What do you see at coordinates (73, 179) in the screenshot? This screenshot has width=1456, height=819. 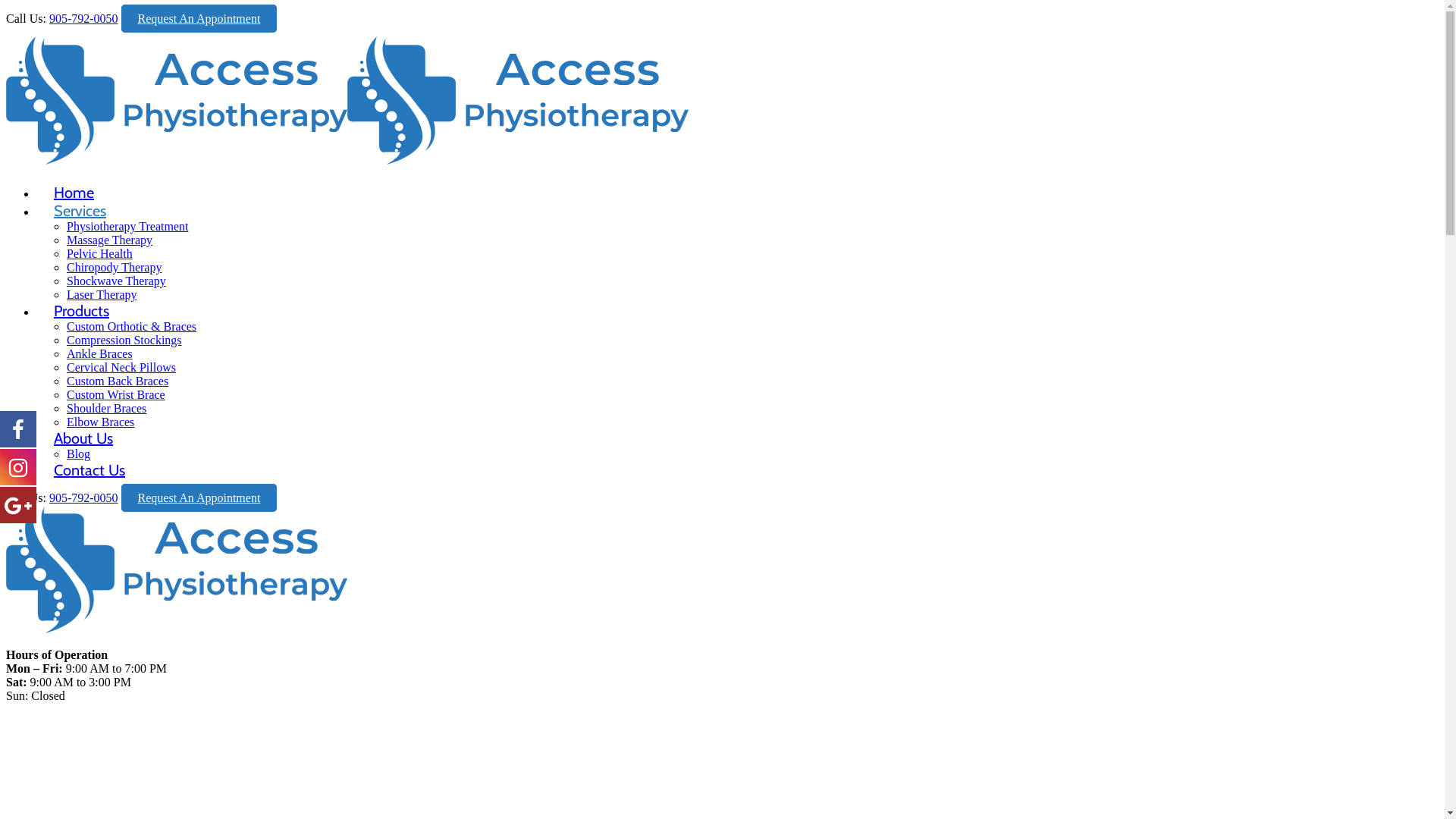 I see `'Home'` at bounding box center [73, 179].